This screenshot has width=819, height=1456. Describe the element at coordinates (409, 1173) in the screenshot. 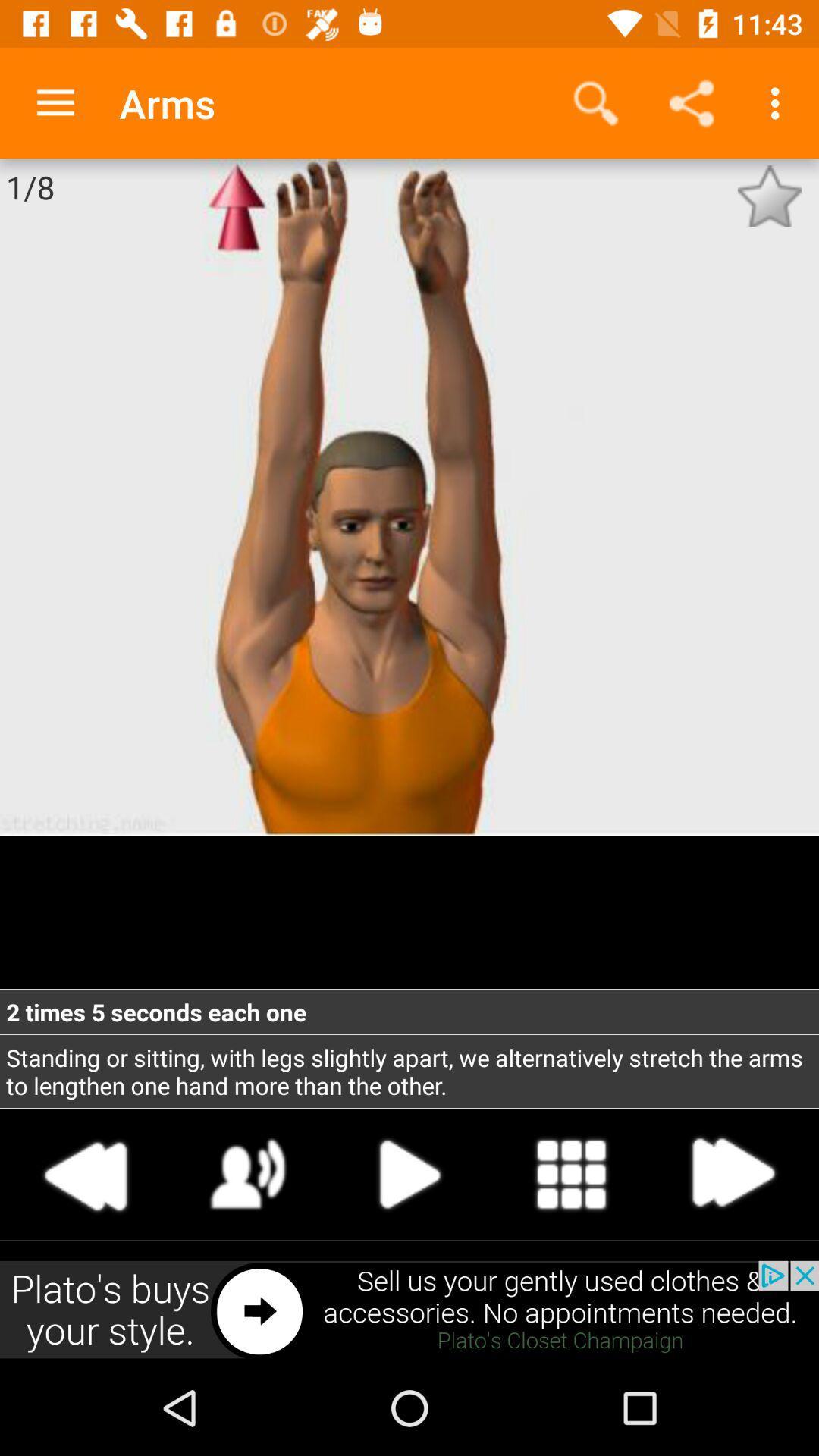

I see `the play icon` at that location.